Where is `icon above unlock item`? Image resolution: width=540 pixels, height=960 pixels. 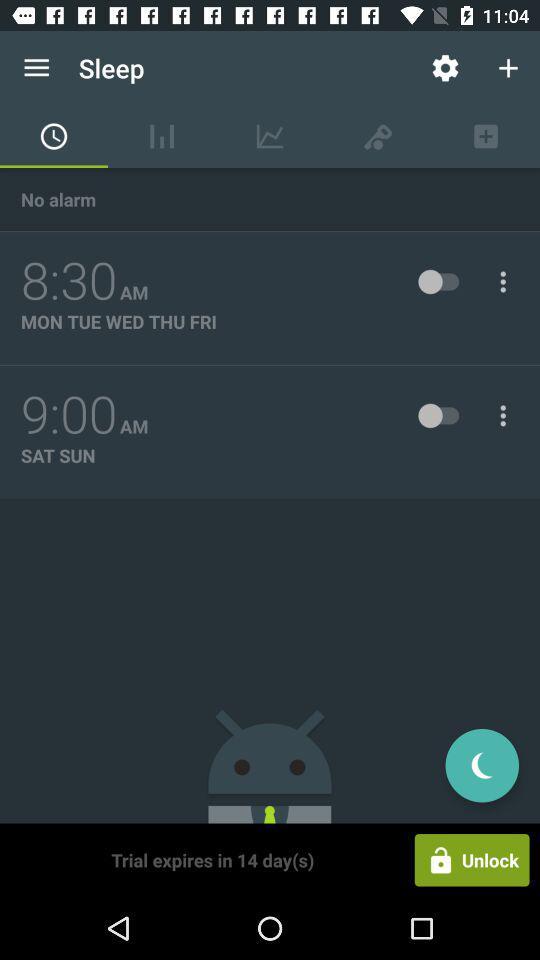
icon above unlock item is located at coordinates (481, 764).